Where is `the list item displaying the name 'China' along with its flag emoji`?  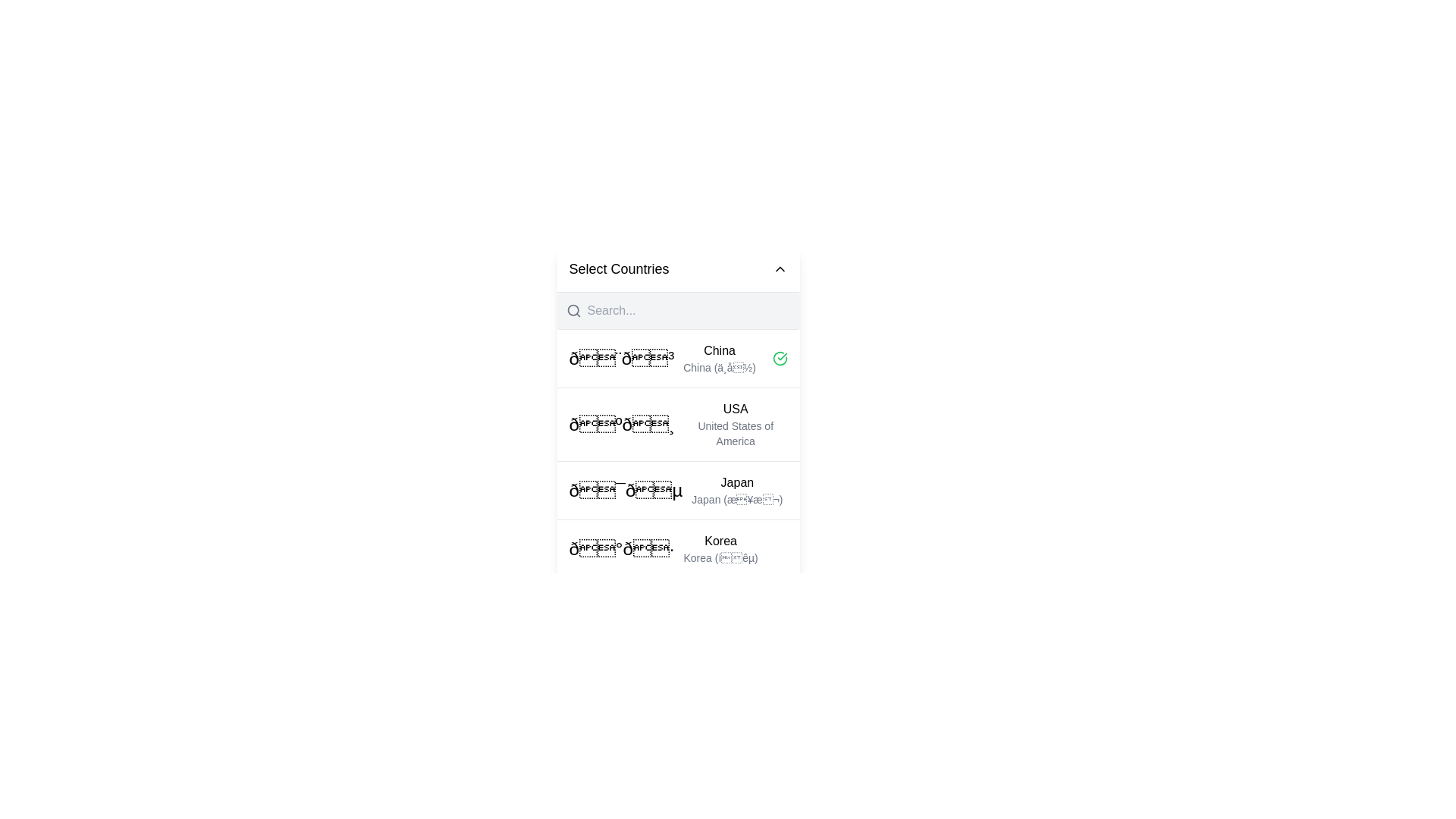
the list item displaying the name 'China' along with its flag emoji is located at coordinates (677, 359).